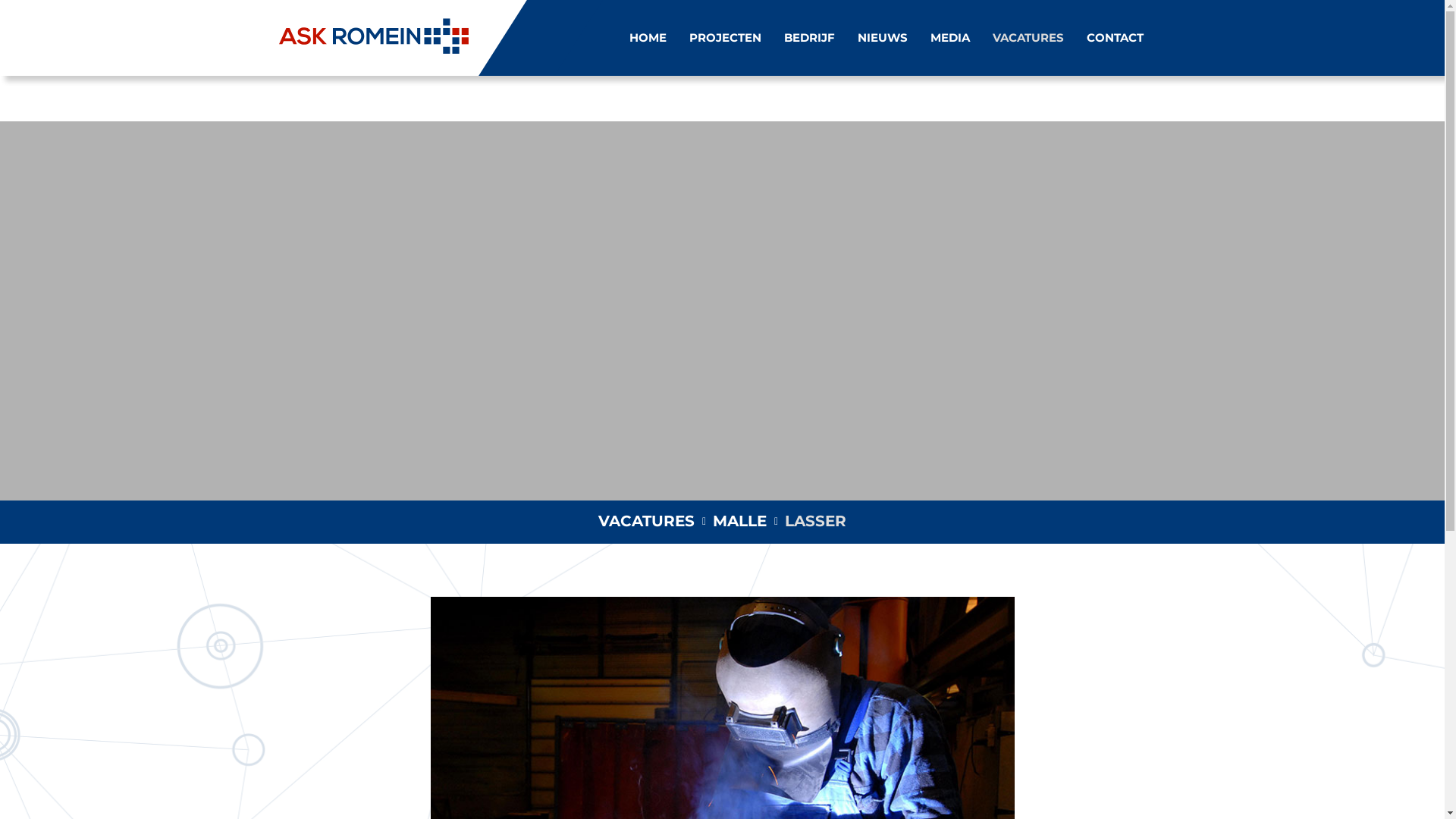 The height and width of the screenshot is (819, 1456). What do you see at coordinates (783, 37) in the screenshot?
I see `'BEDRIJF'` at bounding box center [783, 37].